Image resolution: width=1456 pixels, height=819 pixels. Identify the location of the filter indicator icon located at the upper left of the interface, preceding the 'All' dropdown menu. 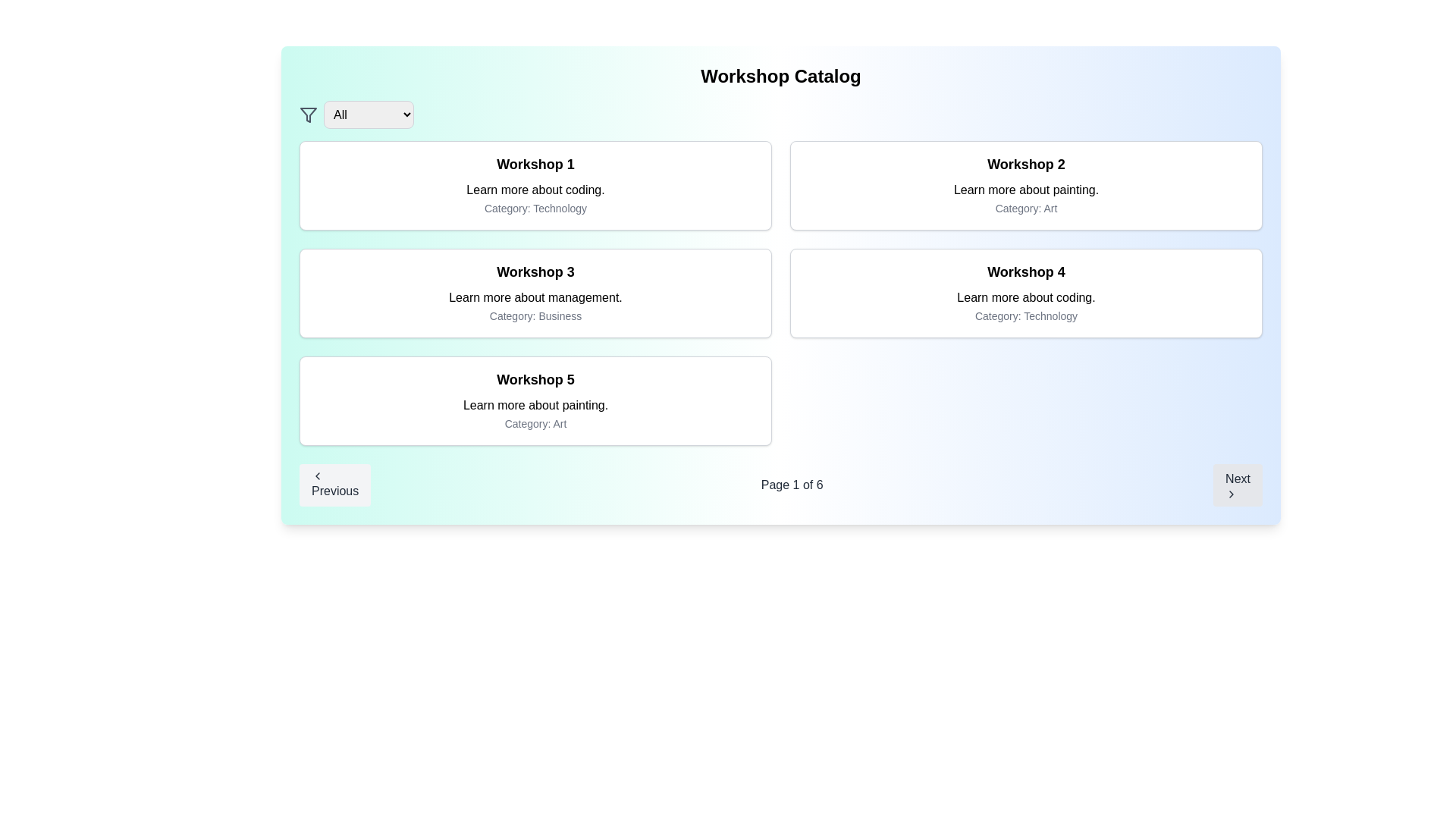
(308, 114).